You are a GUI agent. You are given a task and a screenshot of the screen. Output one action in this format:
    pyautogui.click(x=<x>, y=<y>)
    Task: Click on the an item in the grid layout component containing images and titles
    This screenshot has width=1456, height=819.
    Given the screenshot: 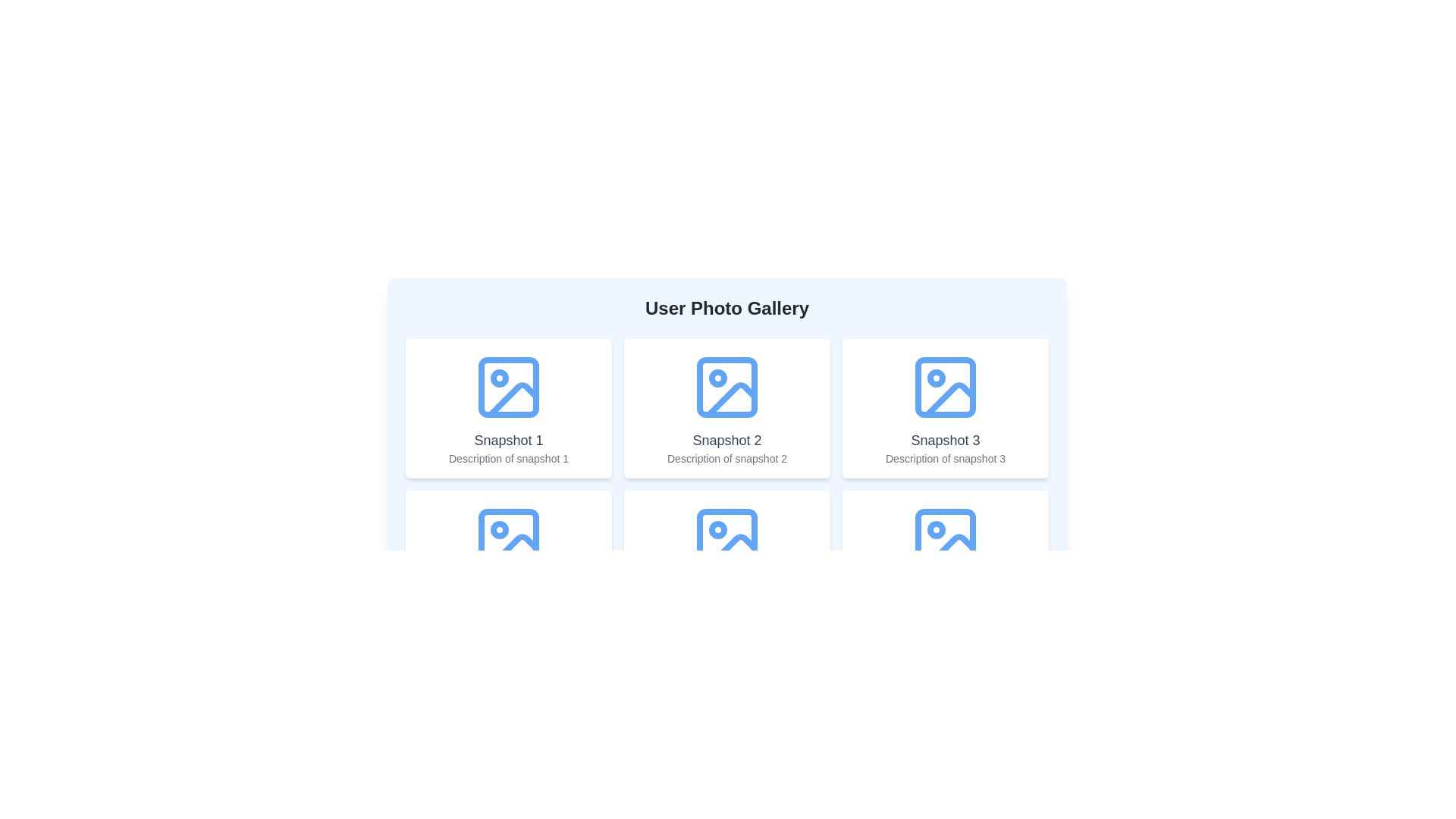 What is the action you would take?
    pyautogui.click(x=726, y=485)
    